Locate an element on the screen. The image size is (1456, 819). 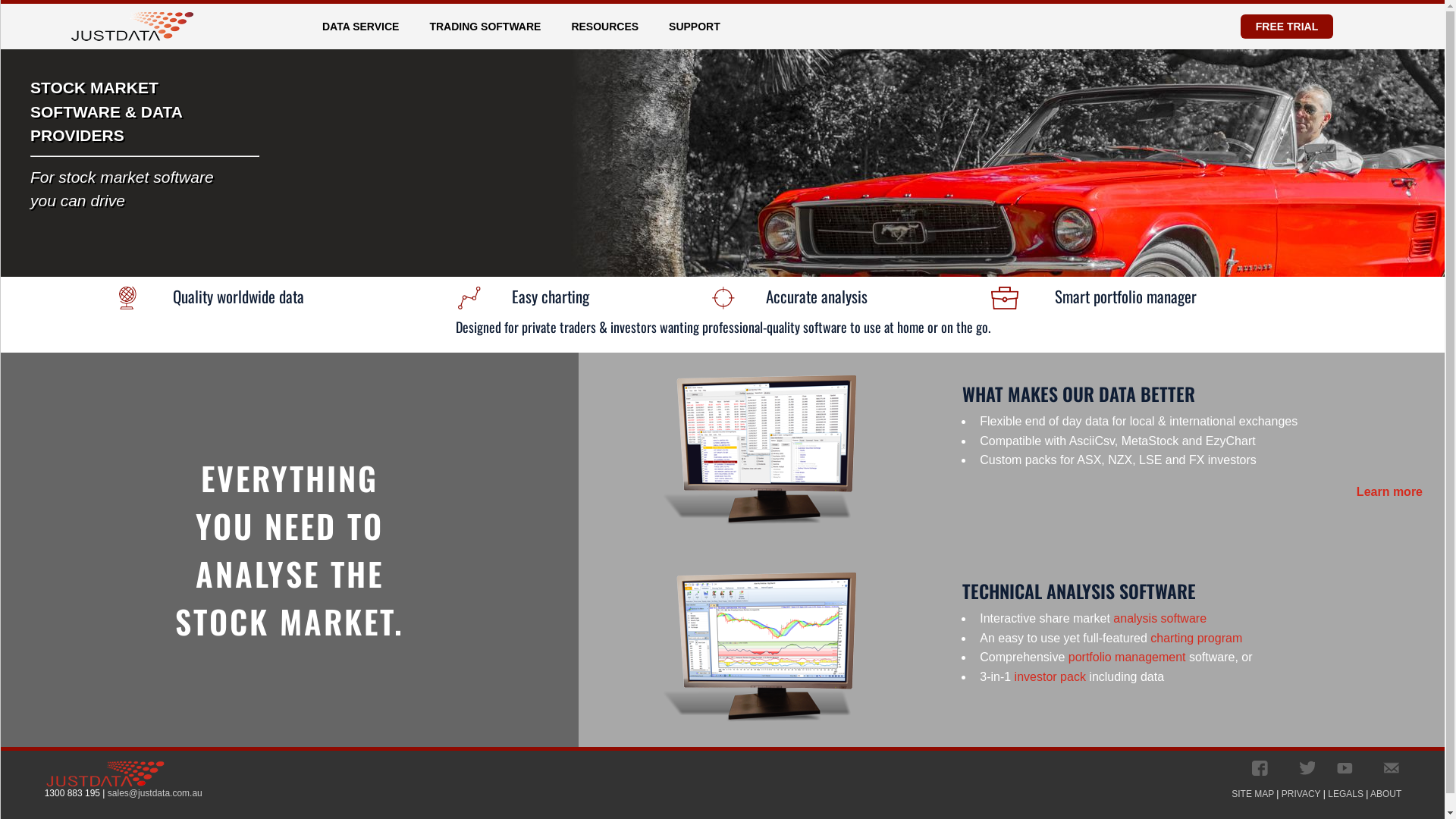
'Data download Software' is located at coordinates (759, 450).